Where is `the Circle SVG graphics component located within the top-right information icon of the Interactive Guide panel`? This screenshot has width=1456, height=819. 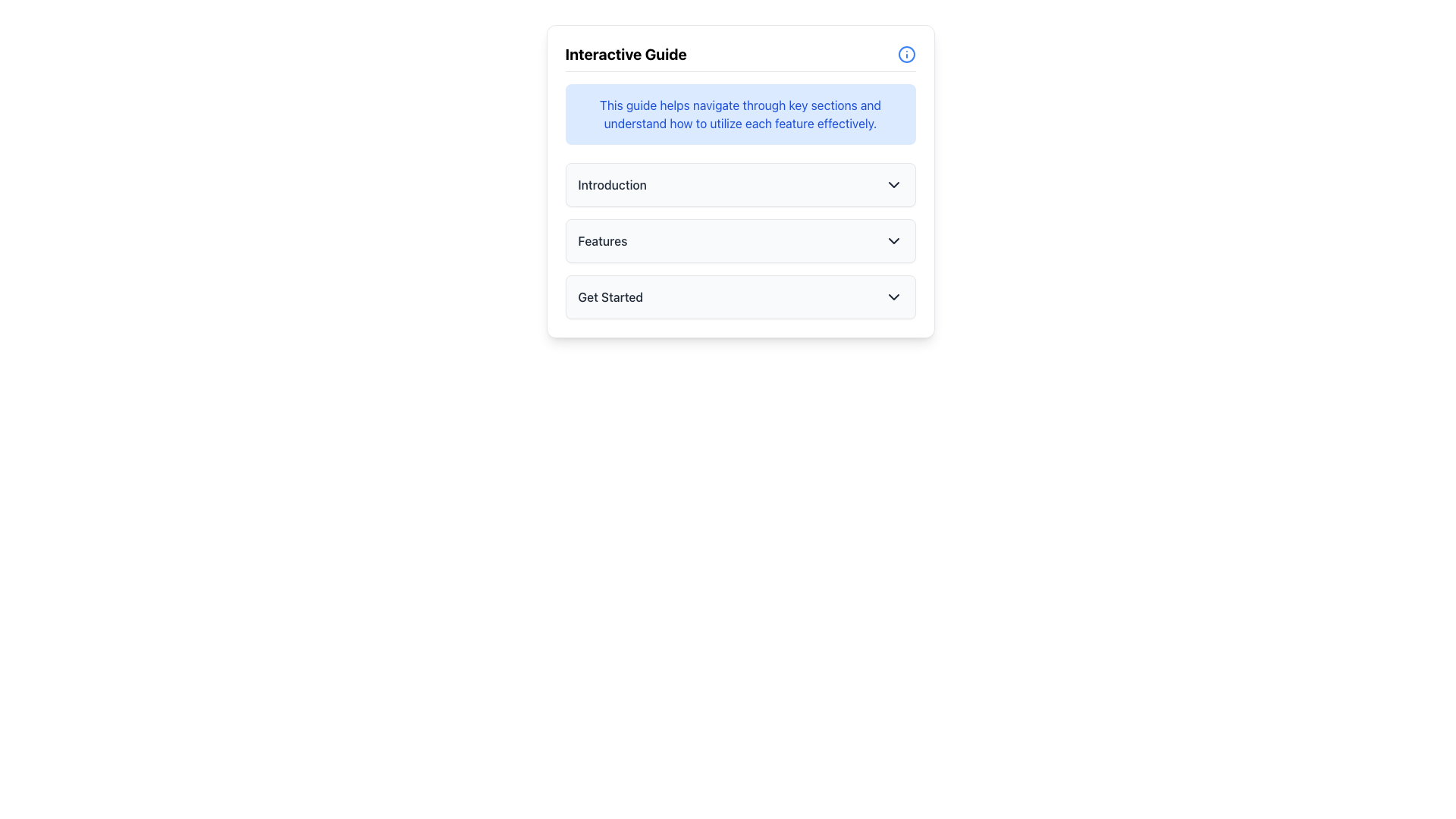 the Circle SVG graphics component located within the top-right information icon of the Interactive Guide panel is located at coordinates (906, 54).